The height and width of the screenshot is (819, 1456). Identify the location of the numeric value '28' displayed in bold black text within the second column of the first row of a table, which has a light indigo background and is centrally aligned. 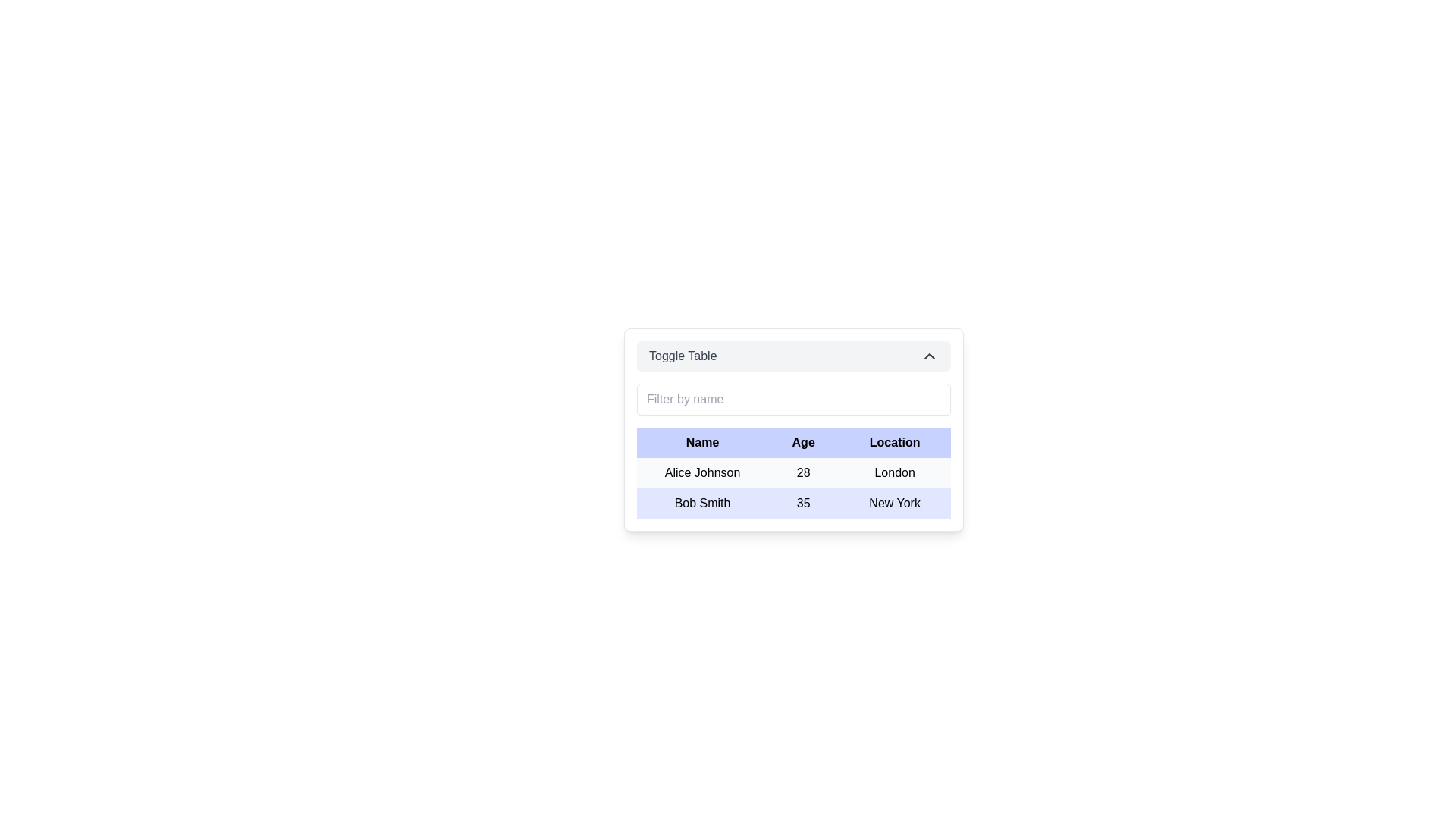
(802, 472).